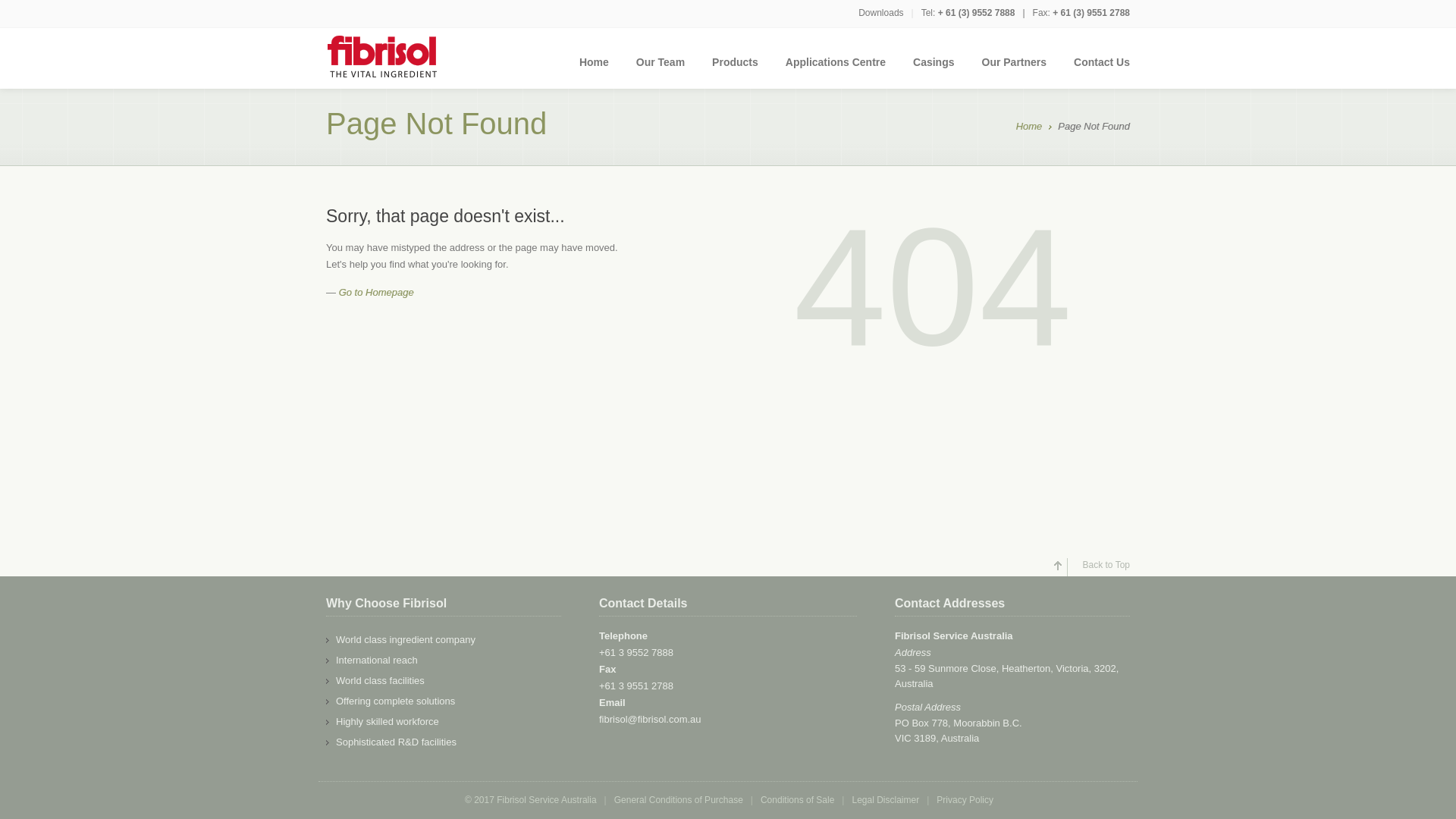 This screenshot has height=819, width=1456. Describe the element at coordinates (771, 70) in the screenshot. I see `'Applications Centre'` at that location.